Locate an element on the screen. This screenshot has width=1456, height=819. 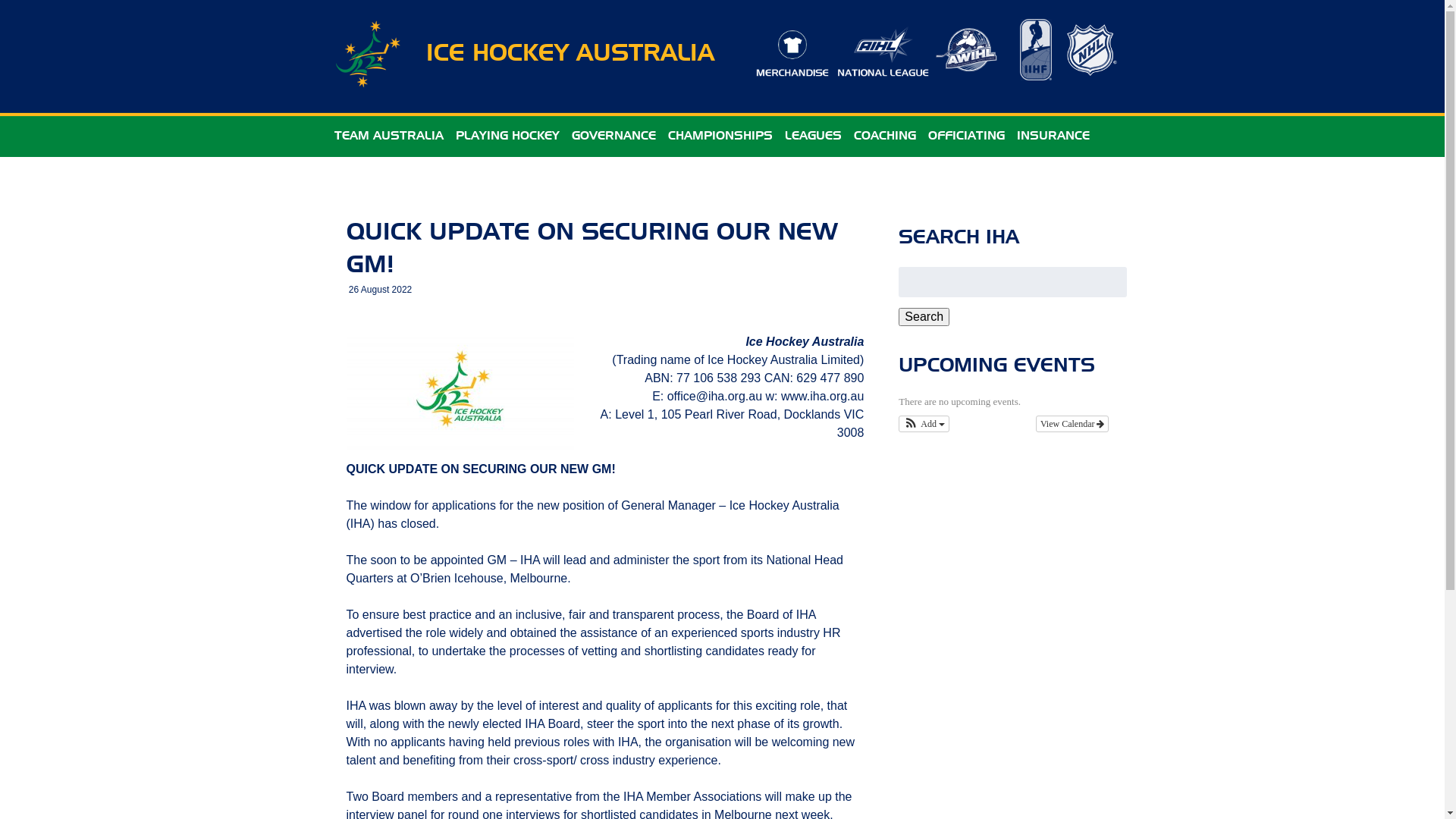
'PLAYING HOCKEY' is located at coordinates (507, 136).